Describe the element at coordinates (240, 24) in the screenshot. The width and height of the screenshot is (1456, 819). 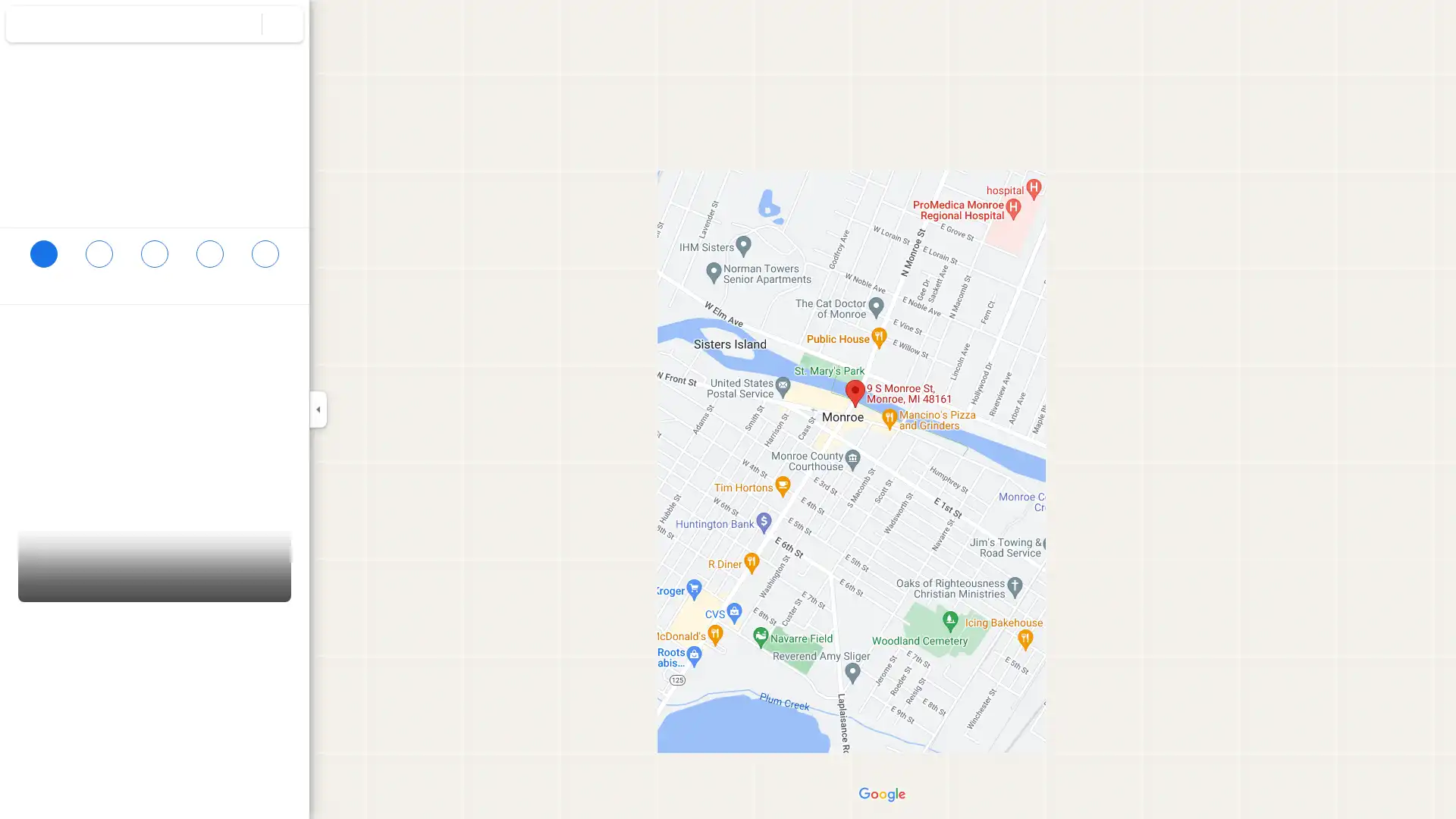
I see `Search` at that location.